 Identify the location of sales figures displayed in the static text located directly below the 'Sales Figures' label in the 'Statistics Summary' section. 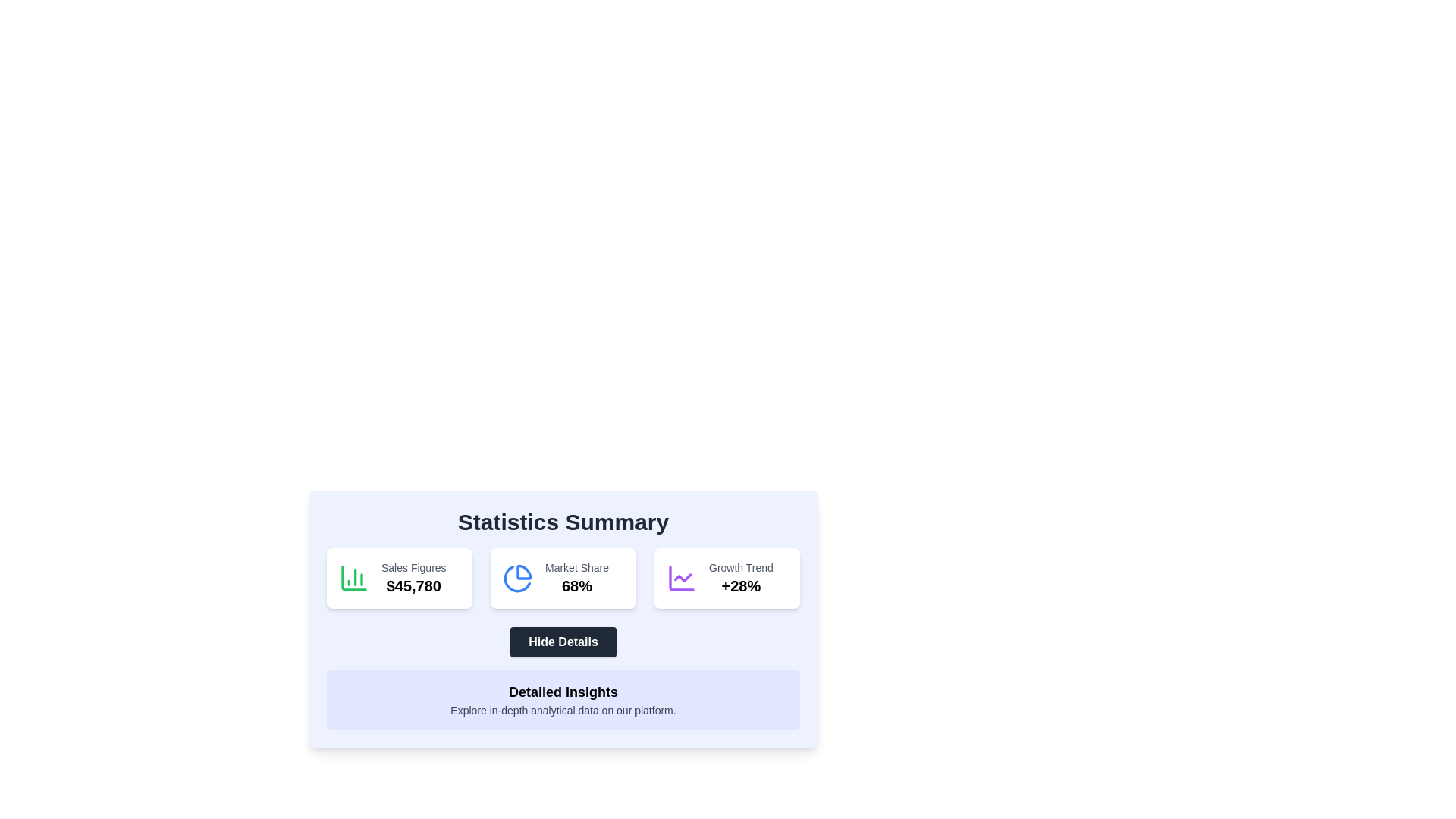
(413, 585).